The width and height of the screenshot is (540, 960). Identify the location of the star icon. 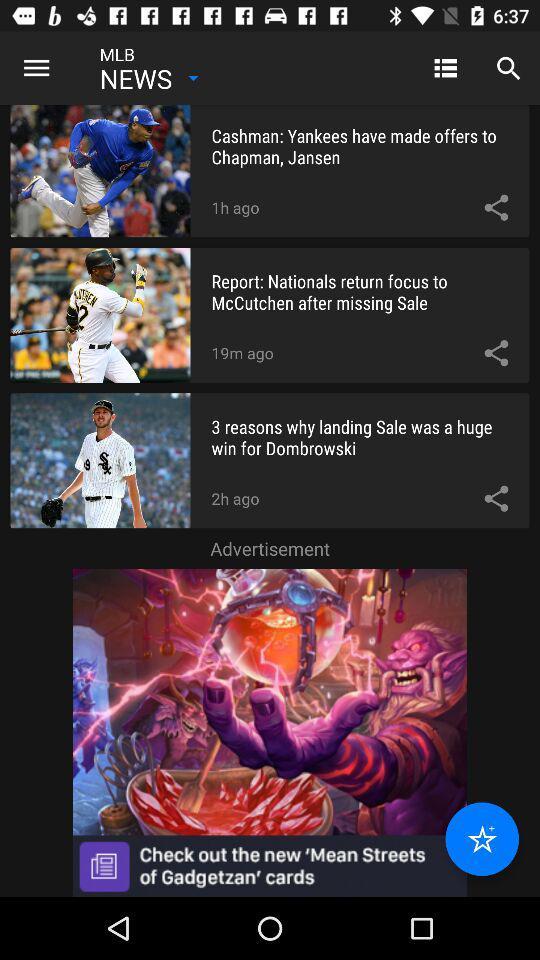
(481, 839).